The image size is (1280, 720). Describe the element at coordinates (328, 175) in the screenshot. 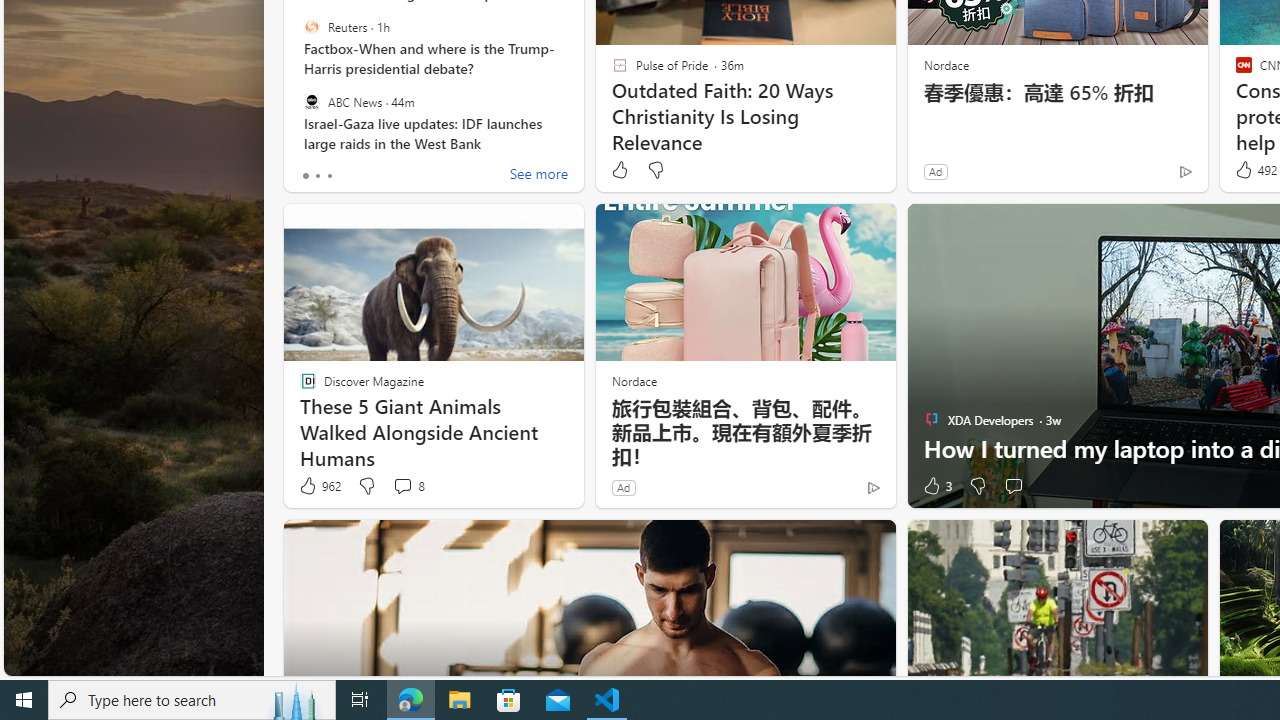

I see `'tab-2'` at that location.